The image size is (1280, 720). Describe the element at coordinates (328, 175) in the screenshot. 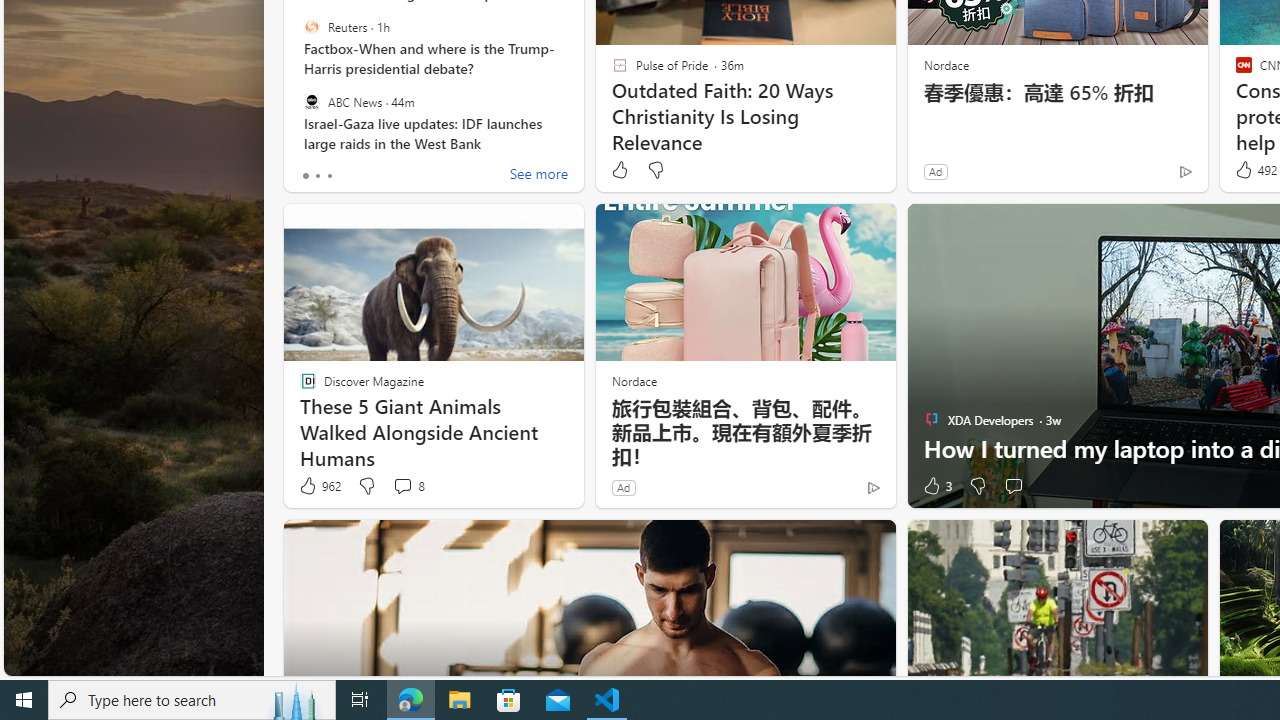

I see `'tab-2'` at that location.